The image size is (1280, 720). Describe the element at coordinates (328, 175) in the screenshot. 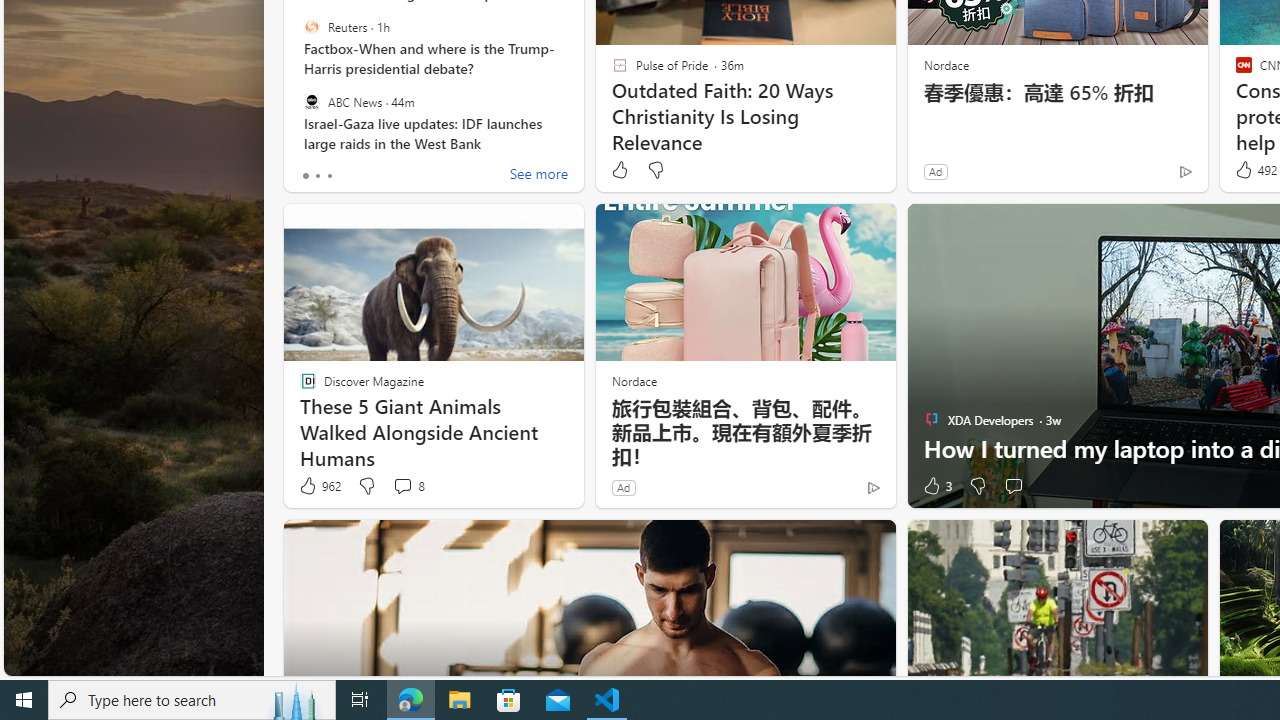

I see `'tab-2'` at that location.